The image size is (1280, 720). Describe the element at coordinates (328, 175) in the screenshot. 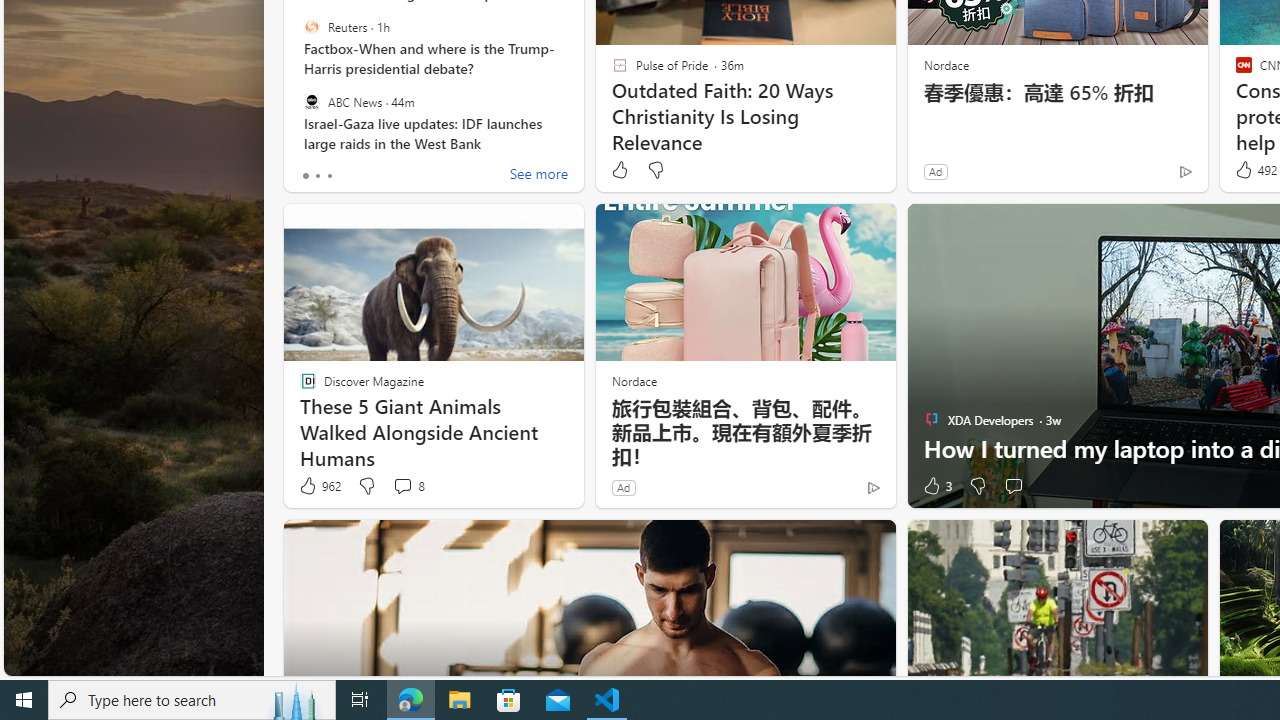

I see `'tab-2'` at that location.